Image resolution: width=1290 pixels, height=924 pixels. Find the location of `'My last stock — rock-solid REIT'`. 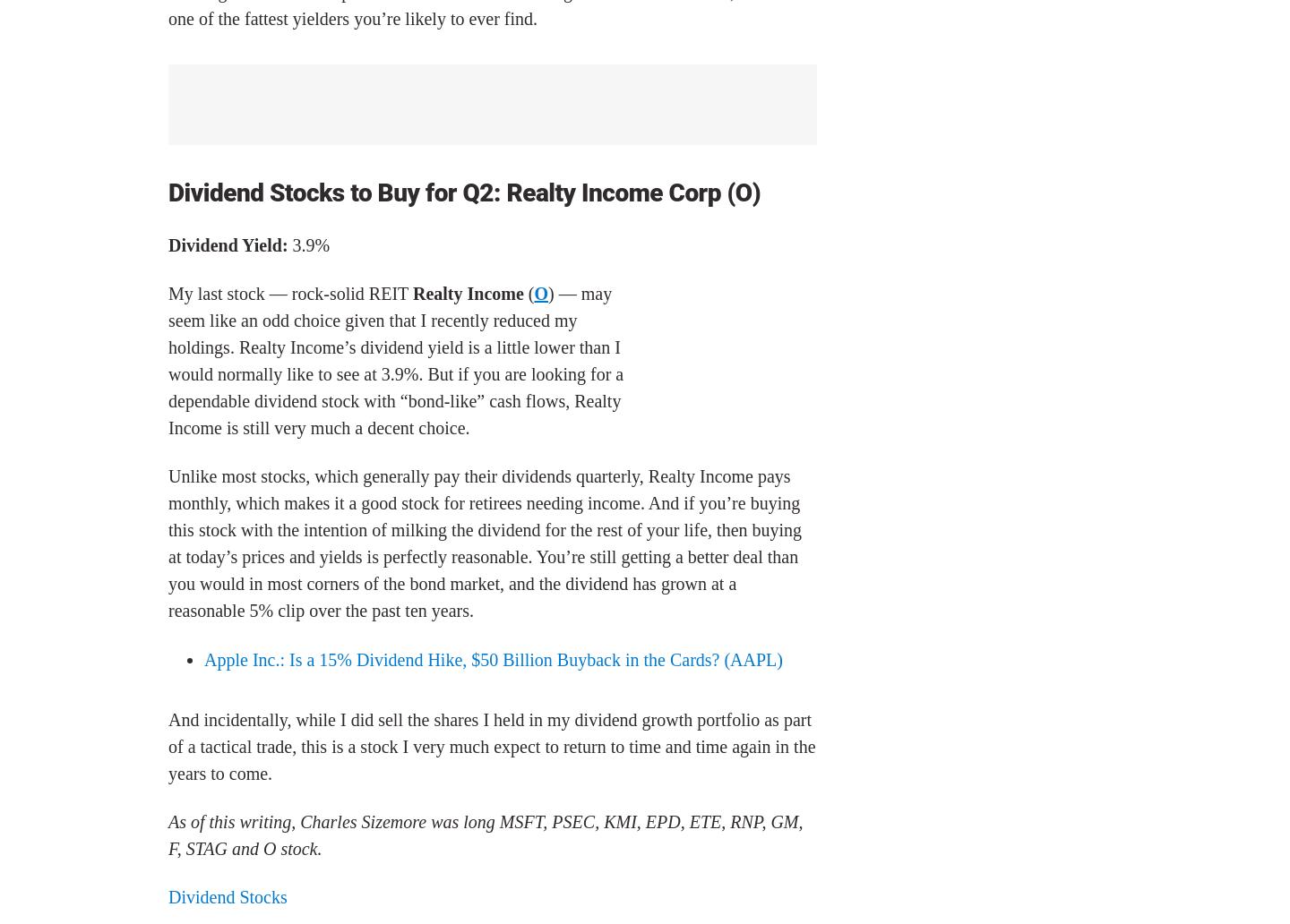

'My last stock — rock-solid REIT' is located at coordinates (290, 293).